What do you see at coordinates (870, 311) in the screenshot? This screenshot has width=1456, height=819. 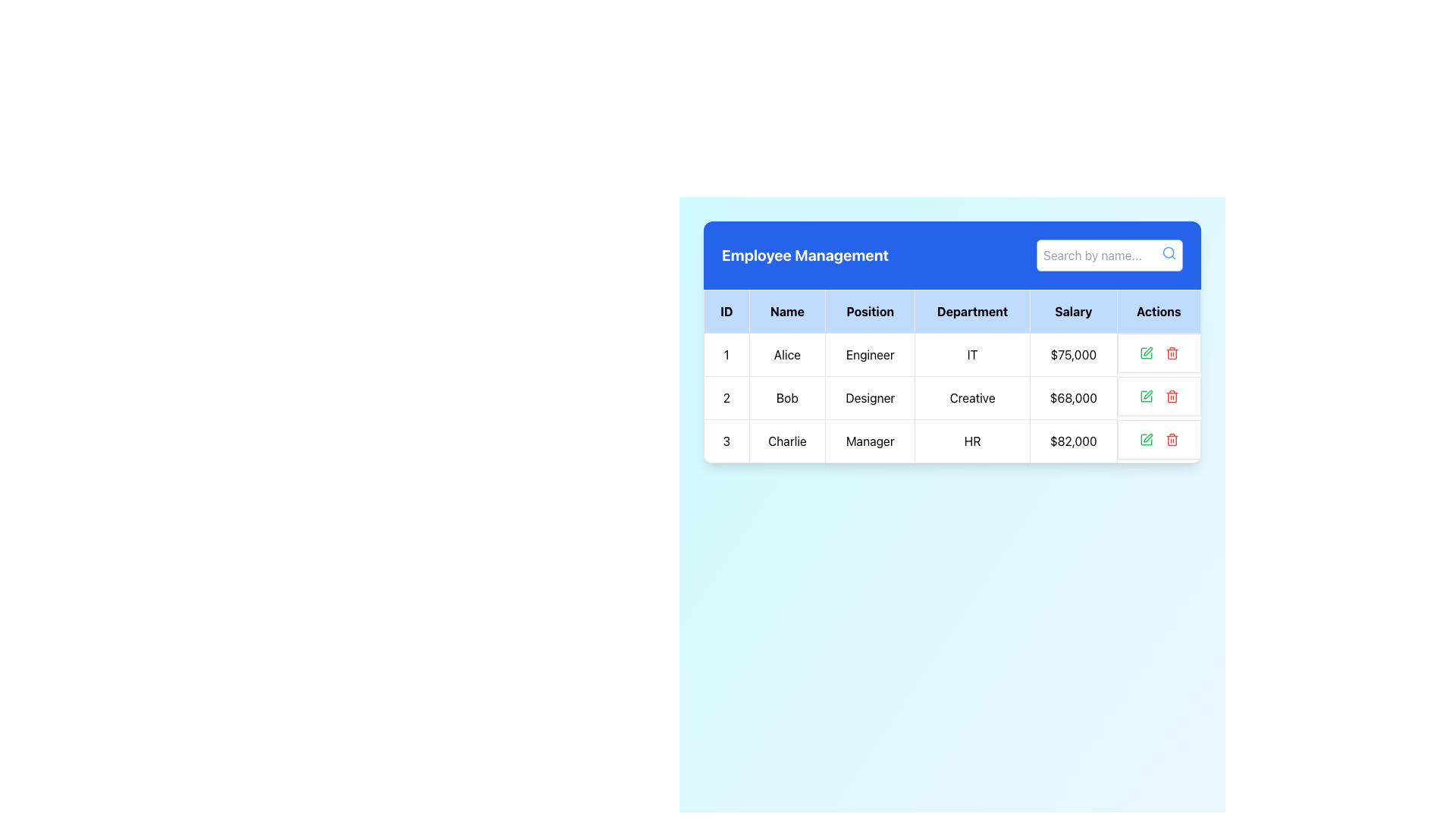 I see `the Table Header Cell for the 'Position' column, which is located in the header row of the table, as the third column between 'Name' and 'Department'` at bounding box center [870, 311].